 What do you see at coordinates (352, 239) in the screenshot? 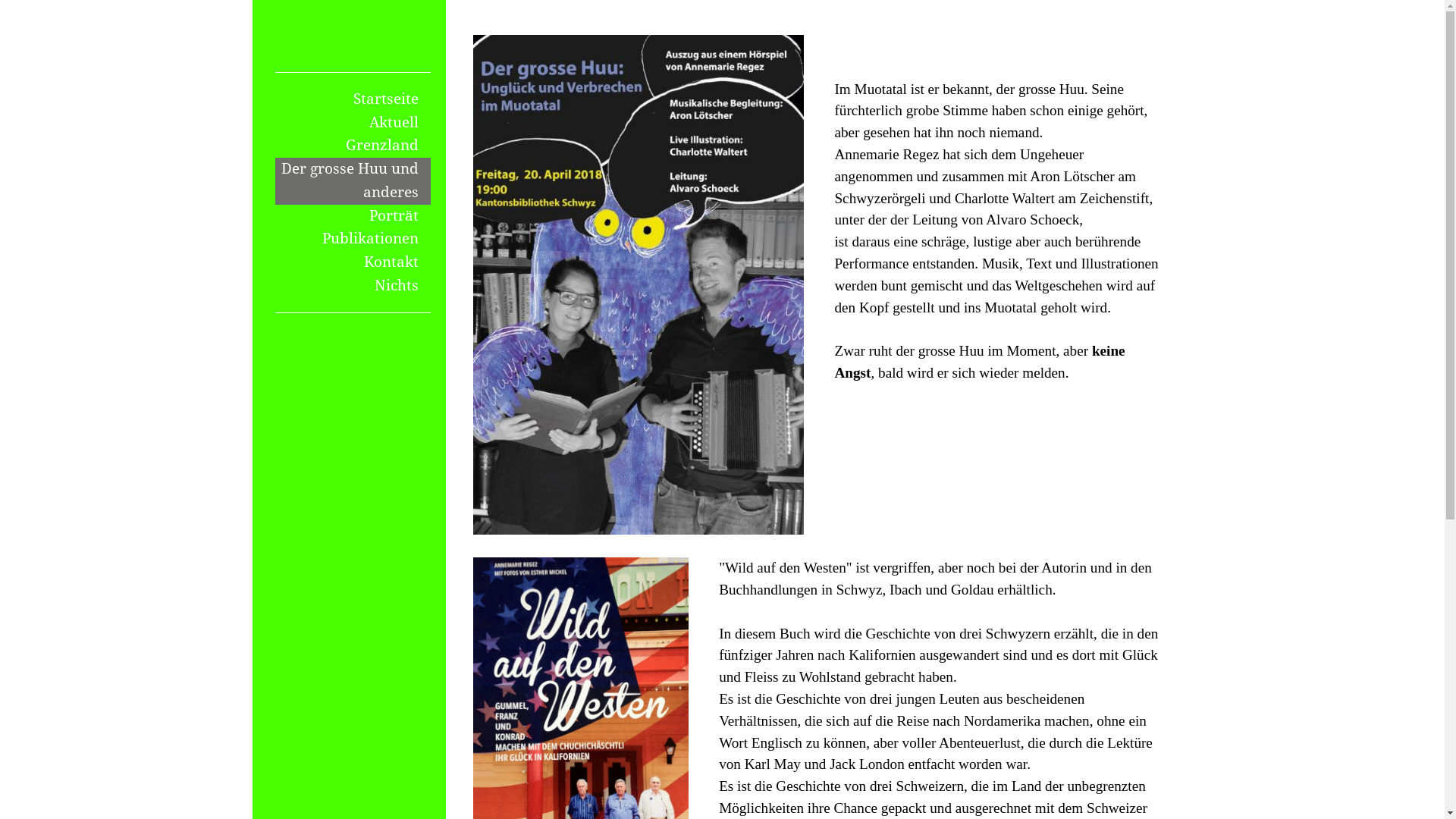
I see `'Publikationen'` at bounding box center [352, 239].